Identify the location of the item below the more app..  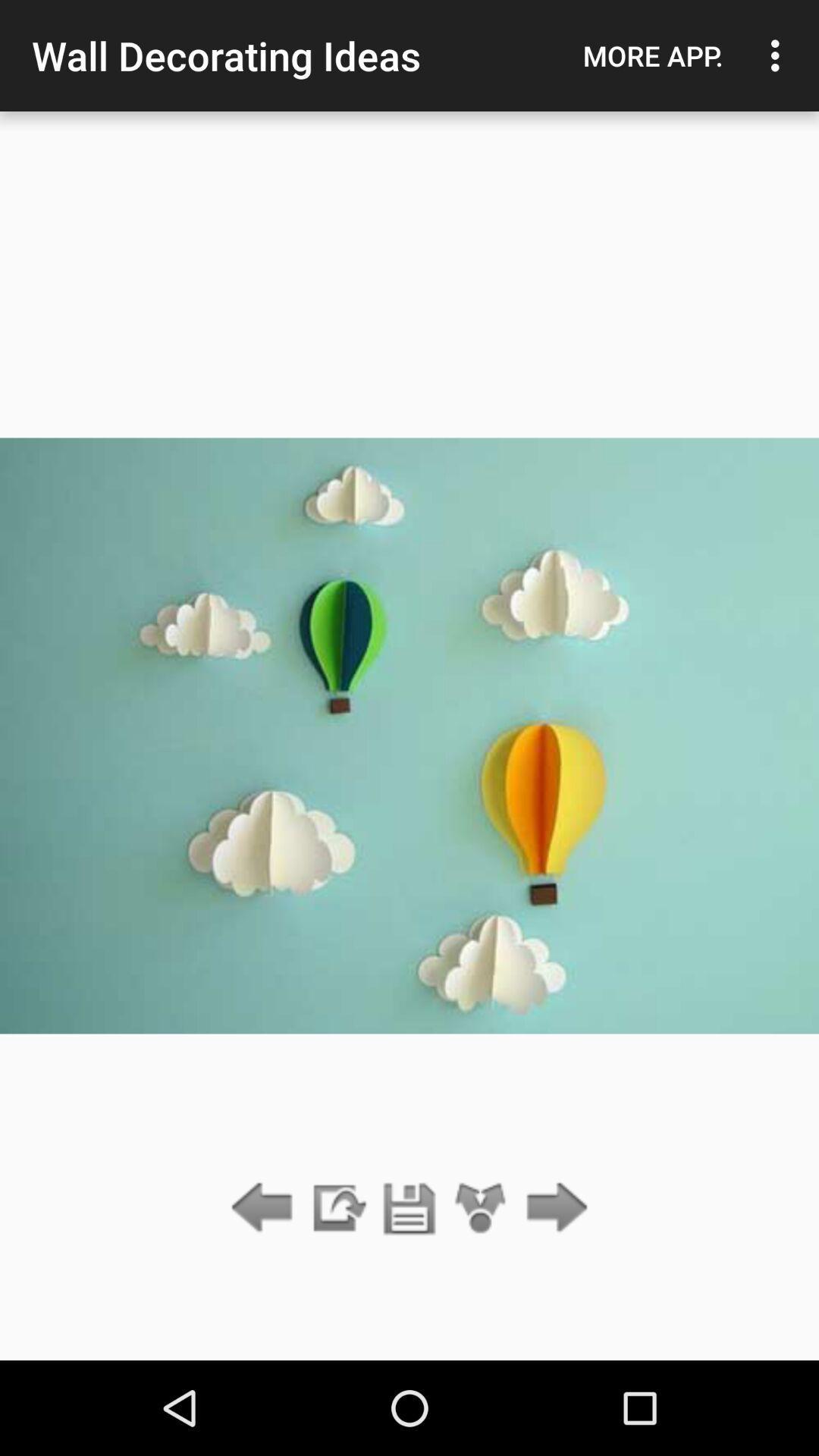
(553, 1208).